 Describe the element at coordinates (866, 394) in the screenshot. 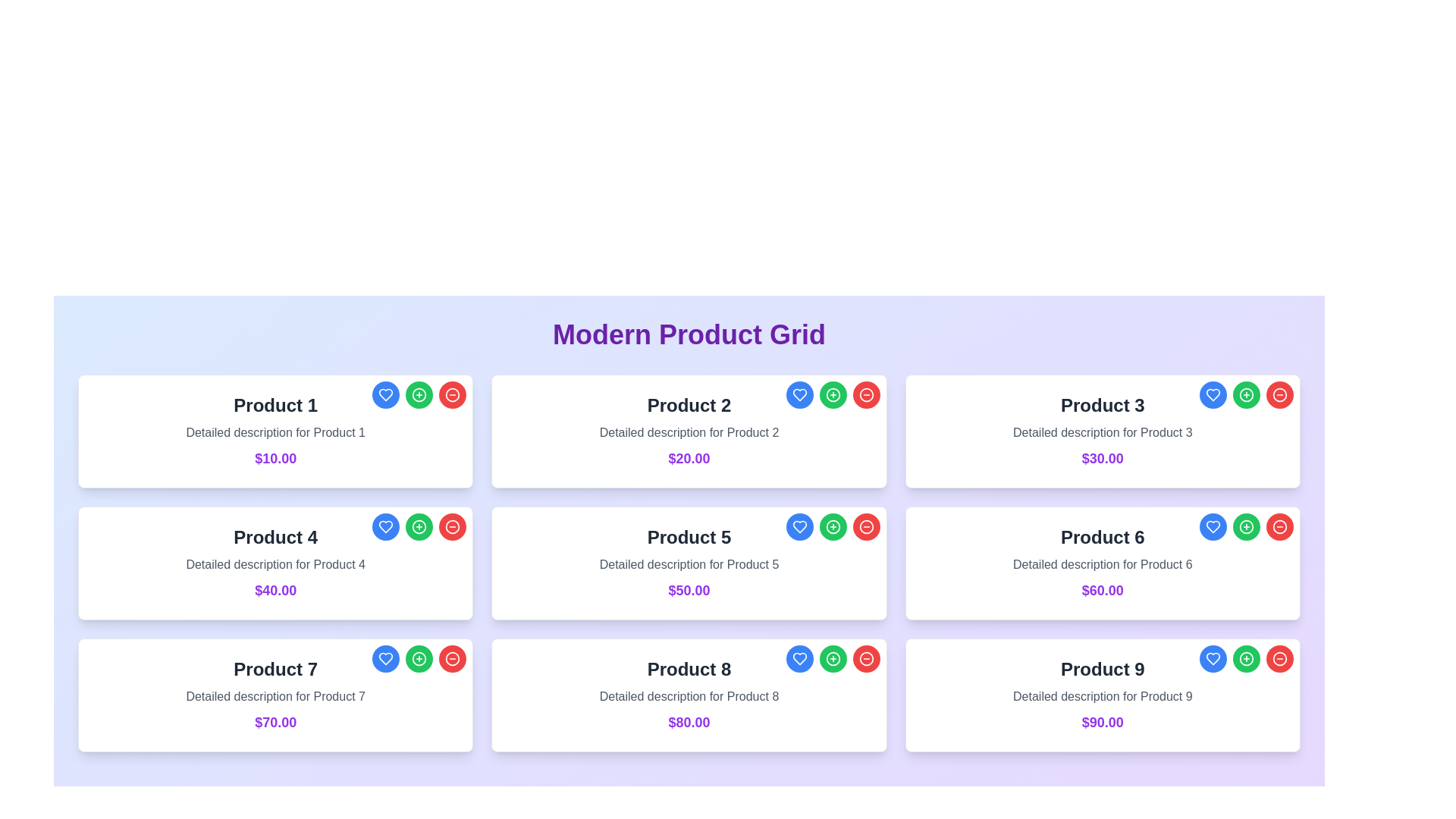

I see `the red circular graphical element with a '+' sign, part of the controls for 'Product 5' in the top-right corner of the product card` at that location.